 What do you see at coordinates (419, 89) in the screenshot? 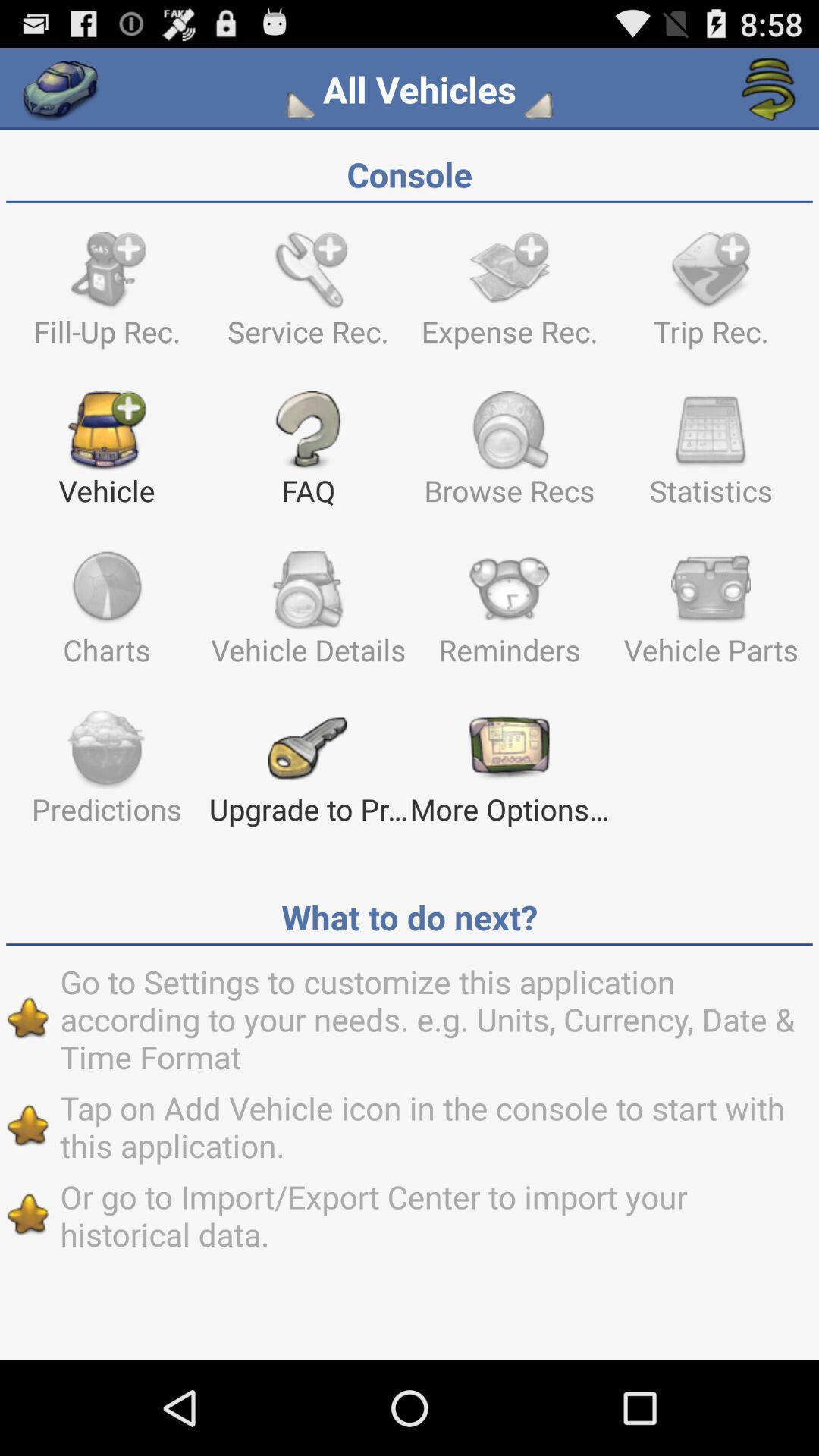
I see `the all vehicles app` at bounding box center [419, 89].